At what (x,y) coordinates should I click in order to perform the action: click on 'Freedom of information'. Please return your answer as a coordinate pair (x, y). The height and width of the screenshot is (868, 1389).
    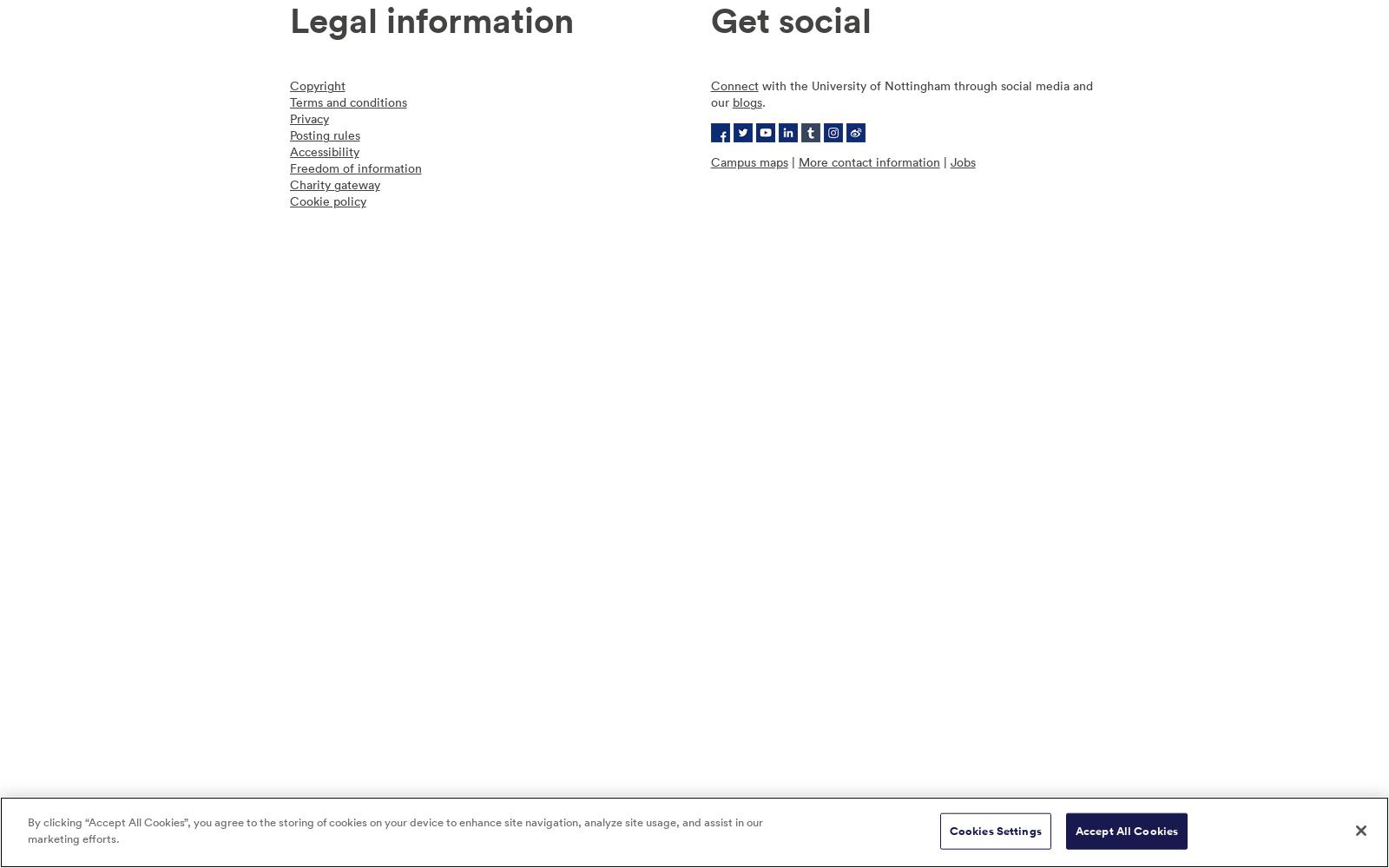
    Looking at the image, I should click on (288, 167).